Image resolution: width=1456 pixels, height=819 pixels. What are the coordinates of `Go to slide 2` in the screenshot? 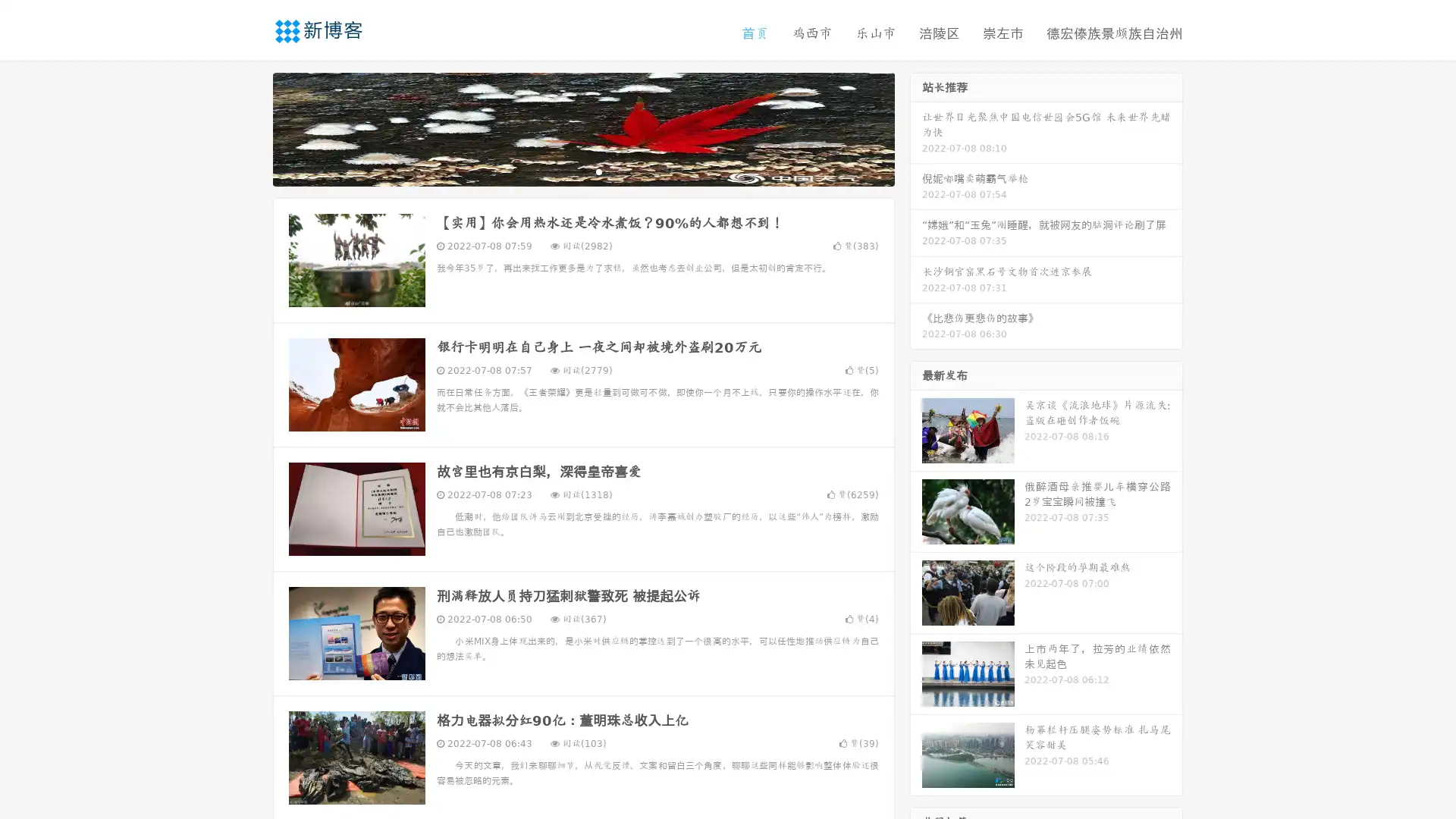 It's located at (582, 171).